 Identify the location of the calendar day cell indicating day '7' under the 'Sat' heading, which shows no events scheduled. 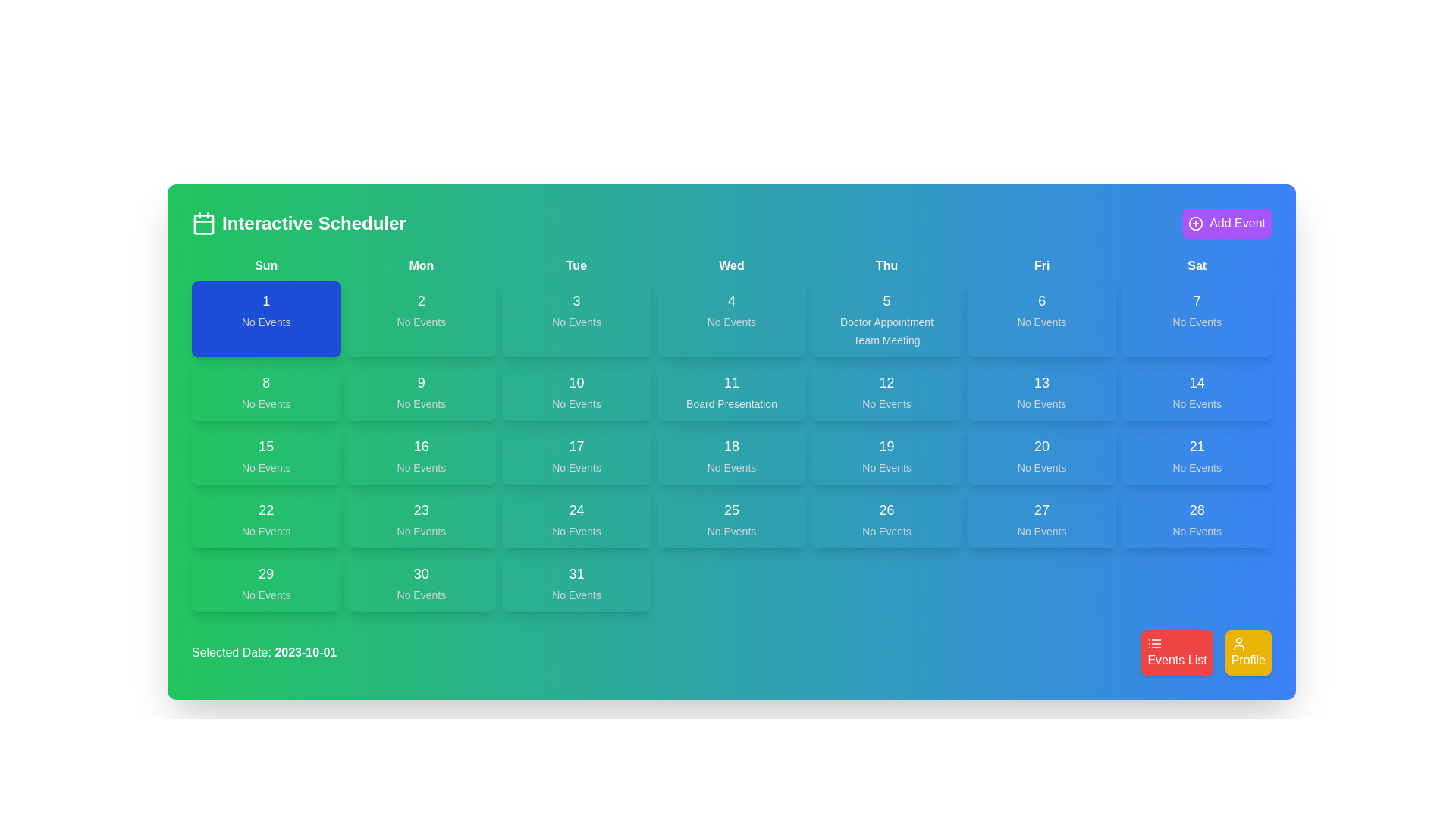
(1196, 318).